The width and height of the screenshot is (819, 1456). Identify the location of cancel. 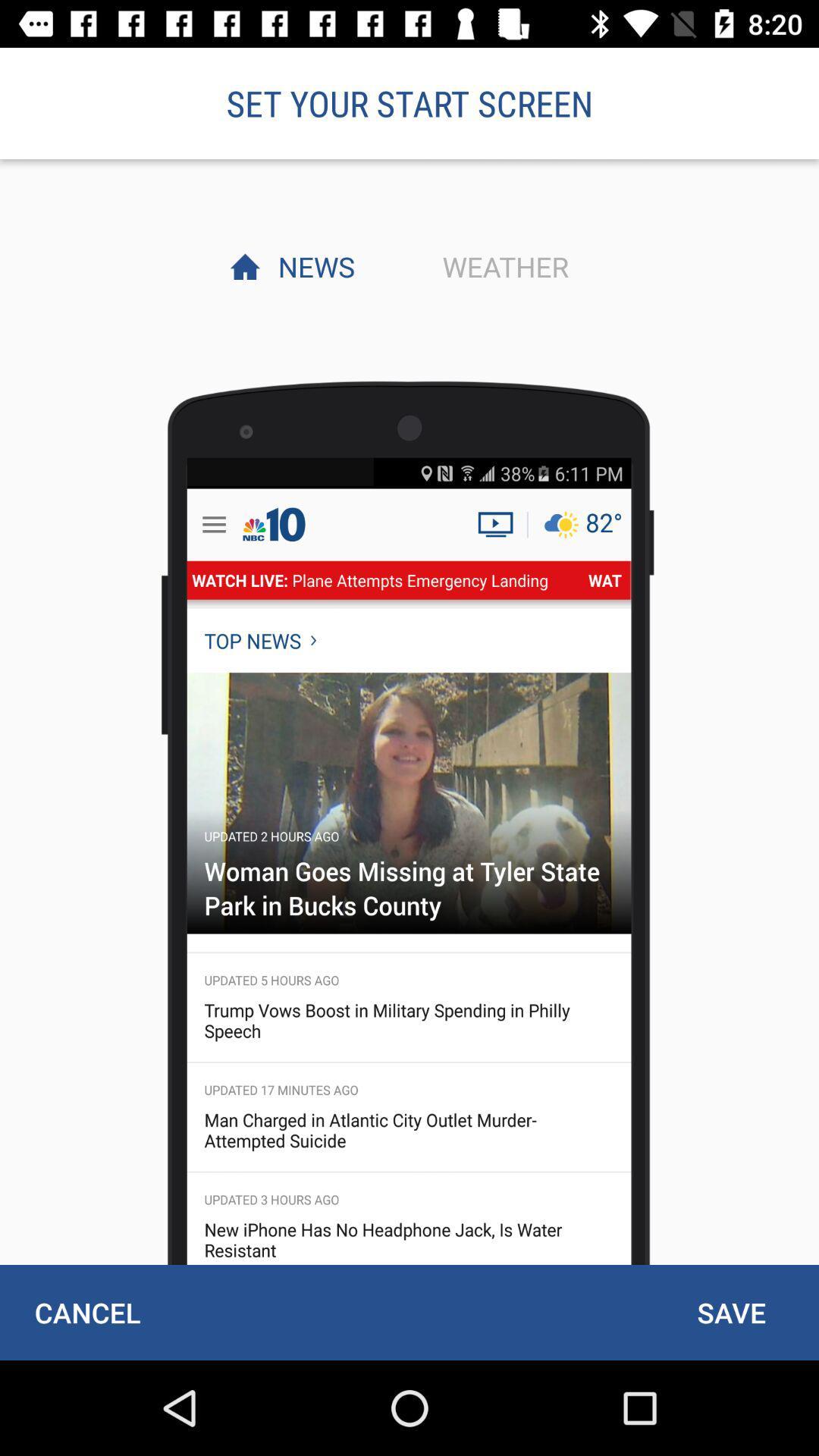
(87, 1312).